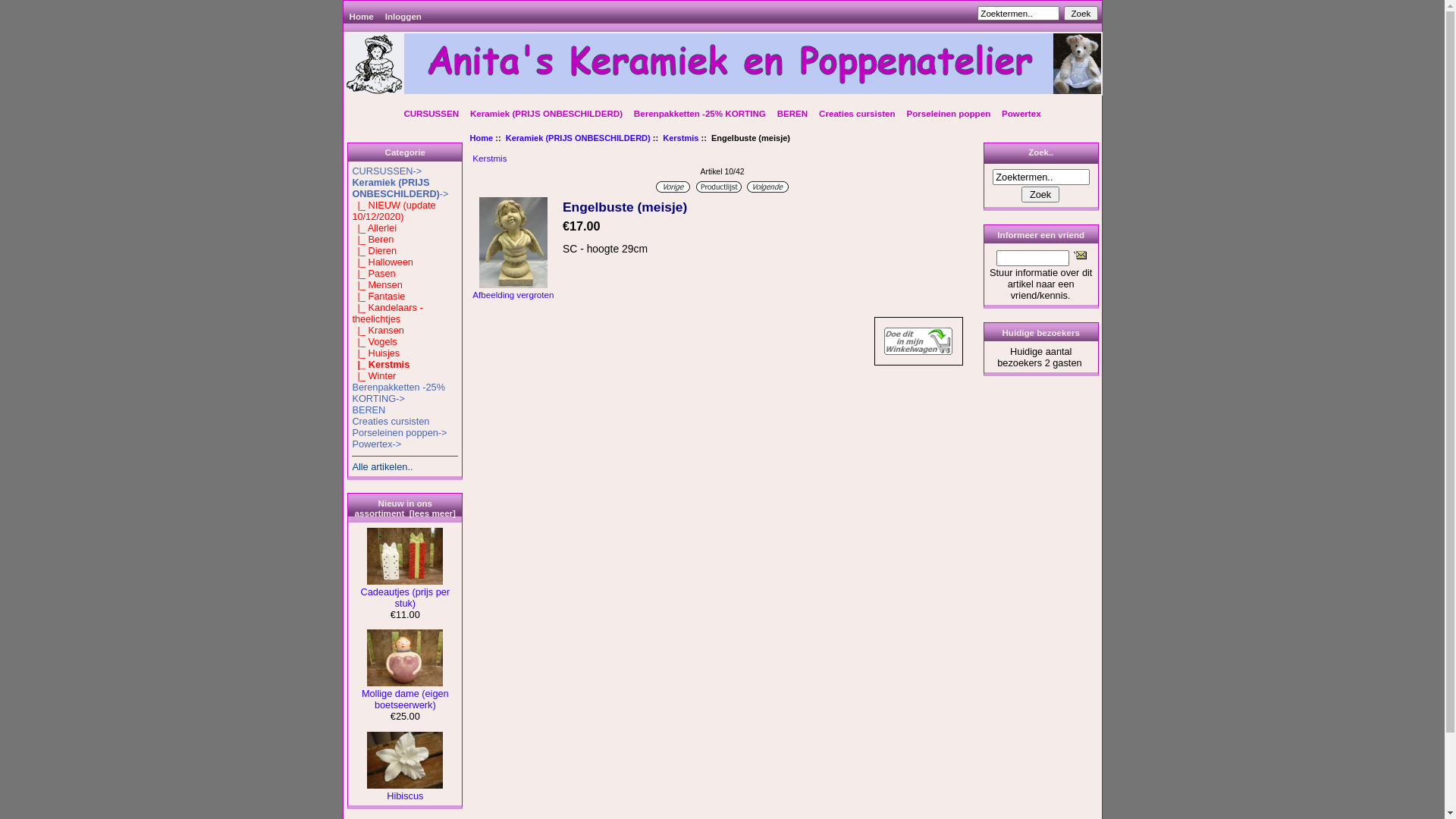 This screenshot has height=819, width=1456. I want to click on 'Porseleinen poppen->', so click(351, 432).